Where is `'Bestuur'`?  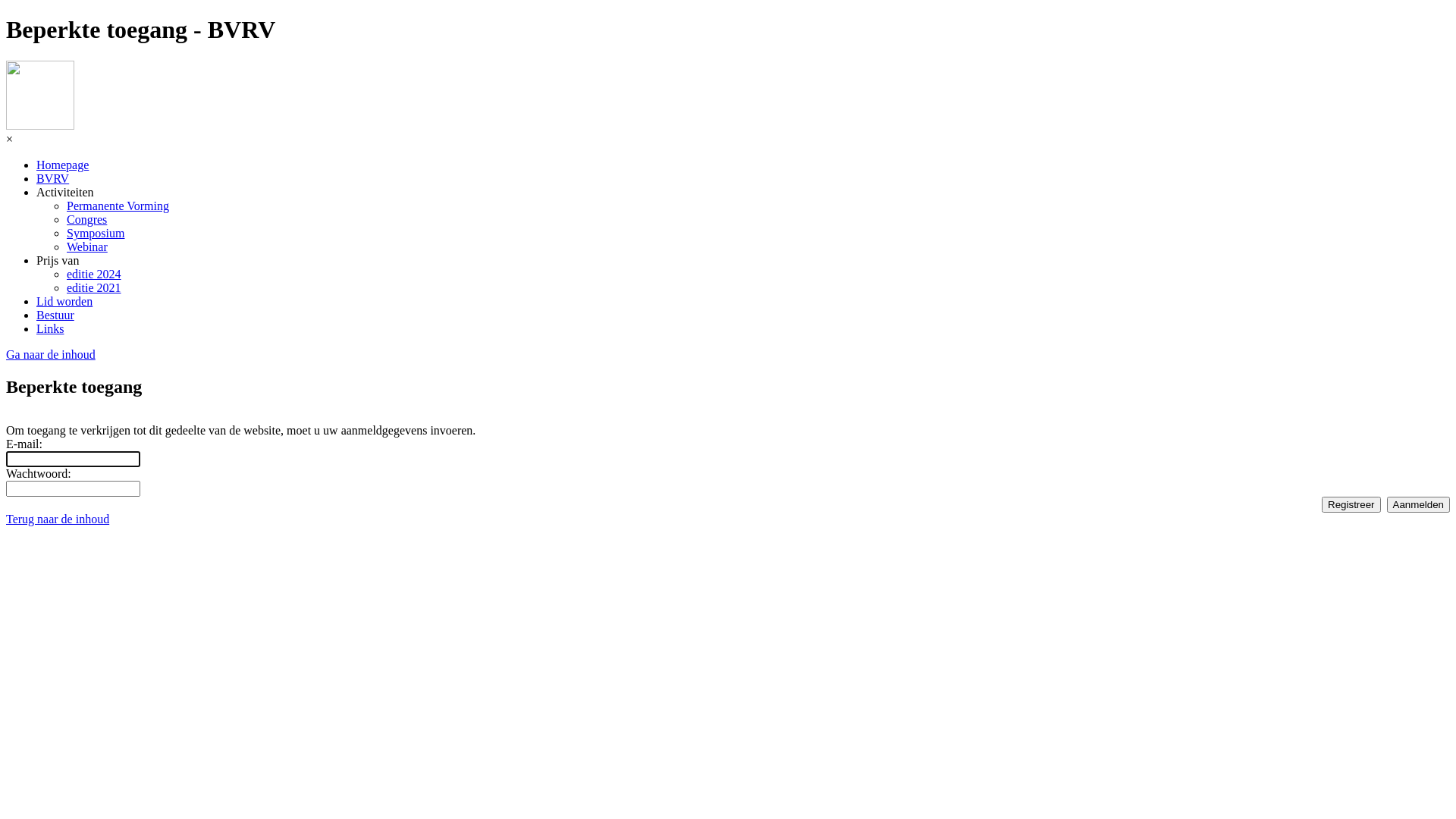 'Bestuur' is located at coordinates (55, 314).